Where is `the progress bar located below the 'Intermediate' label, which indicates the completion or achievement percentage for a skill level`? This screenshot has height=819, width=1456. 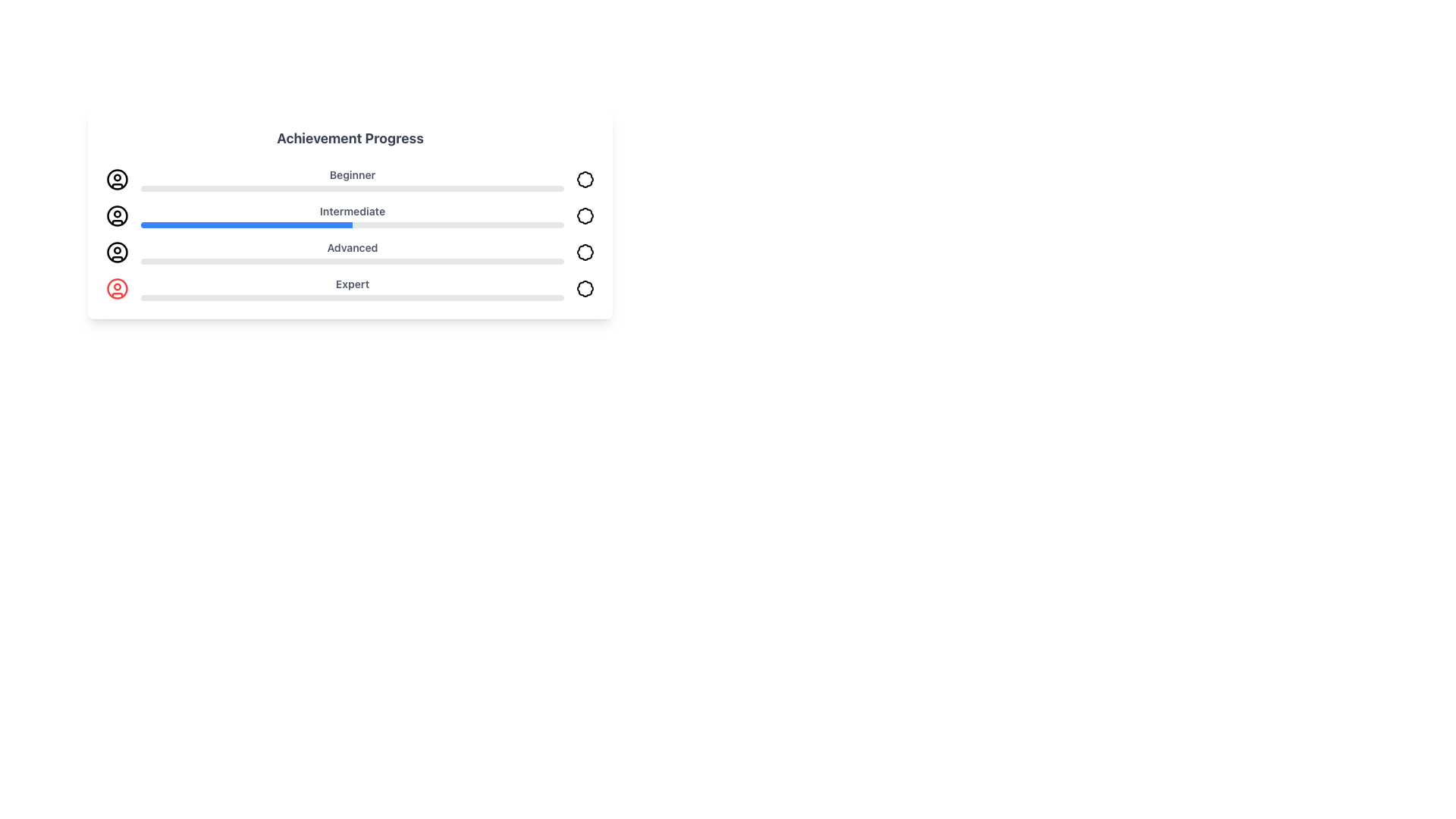 the progress bar located below the 'Intermediate' label, which indicates the completion or achievement percentage for a skill level is located at coordinates (352, 225).